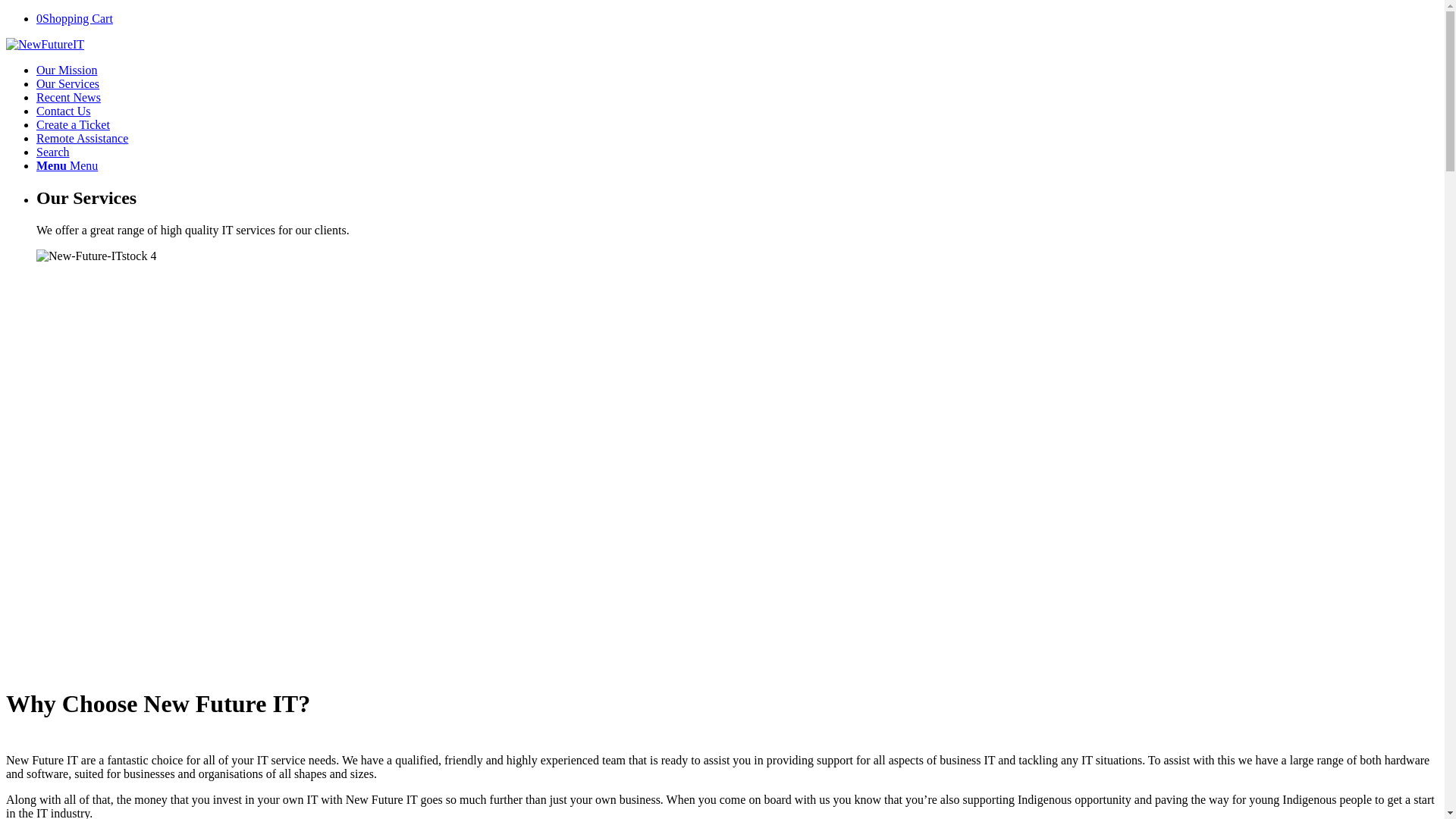 This screenshot has height=819, width=1456. Describe the element at coordinates (72, 124) in the screenshot. I see `'Create a Ticket'` at that location.